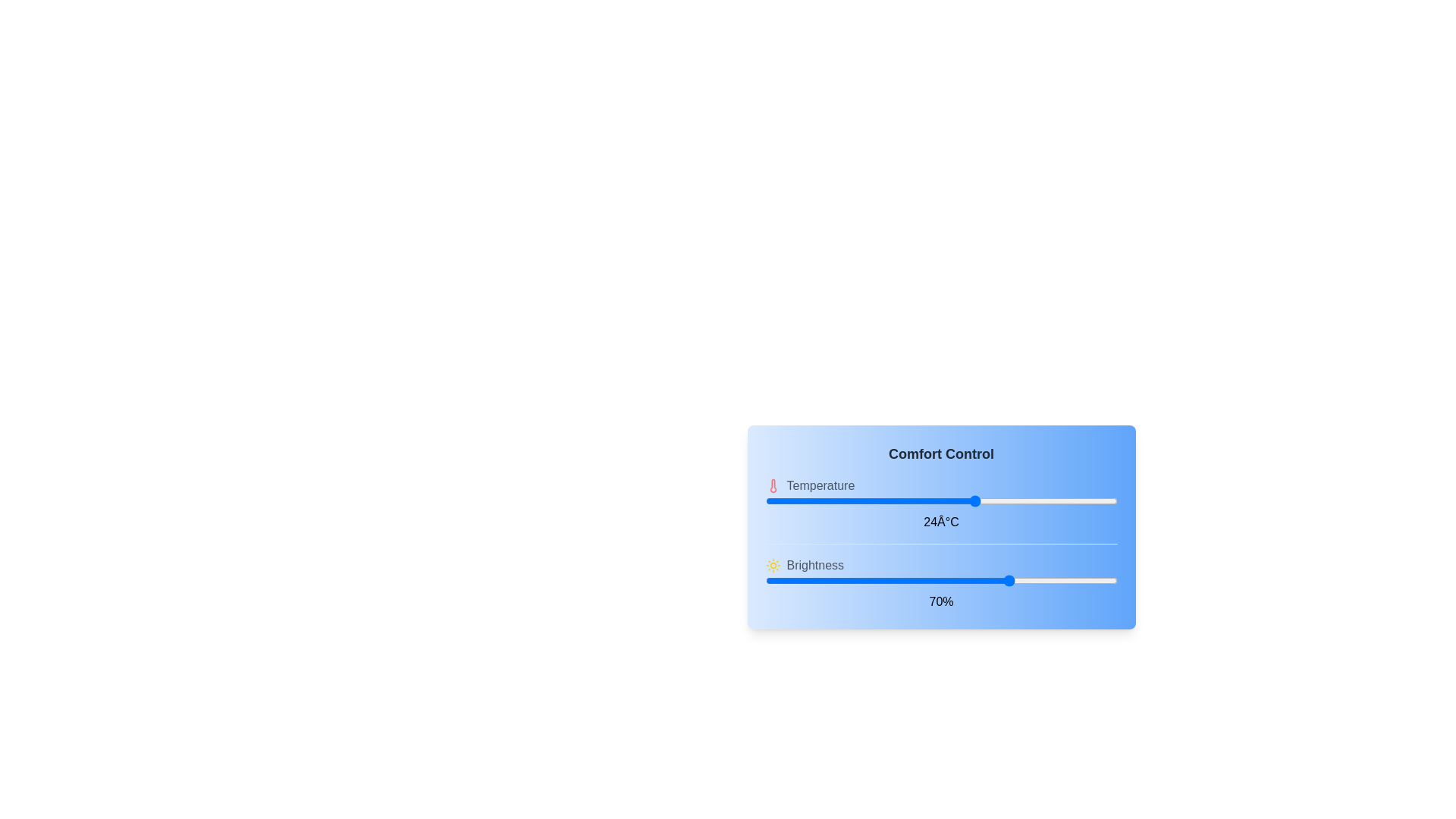 The image size is (1456, 819). I want to click on the temperature slider to set the temperature to 0°C, so click(765, 500).